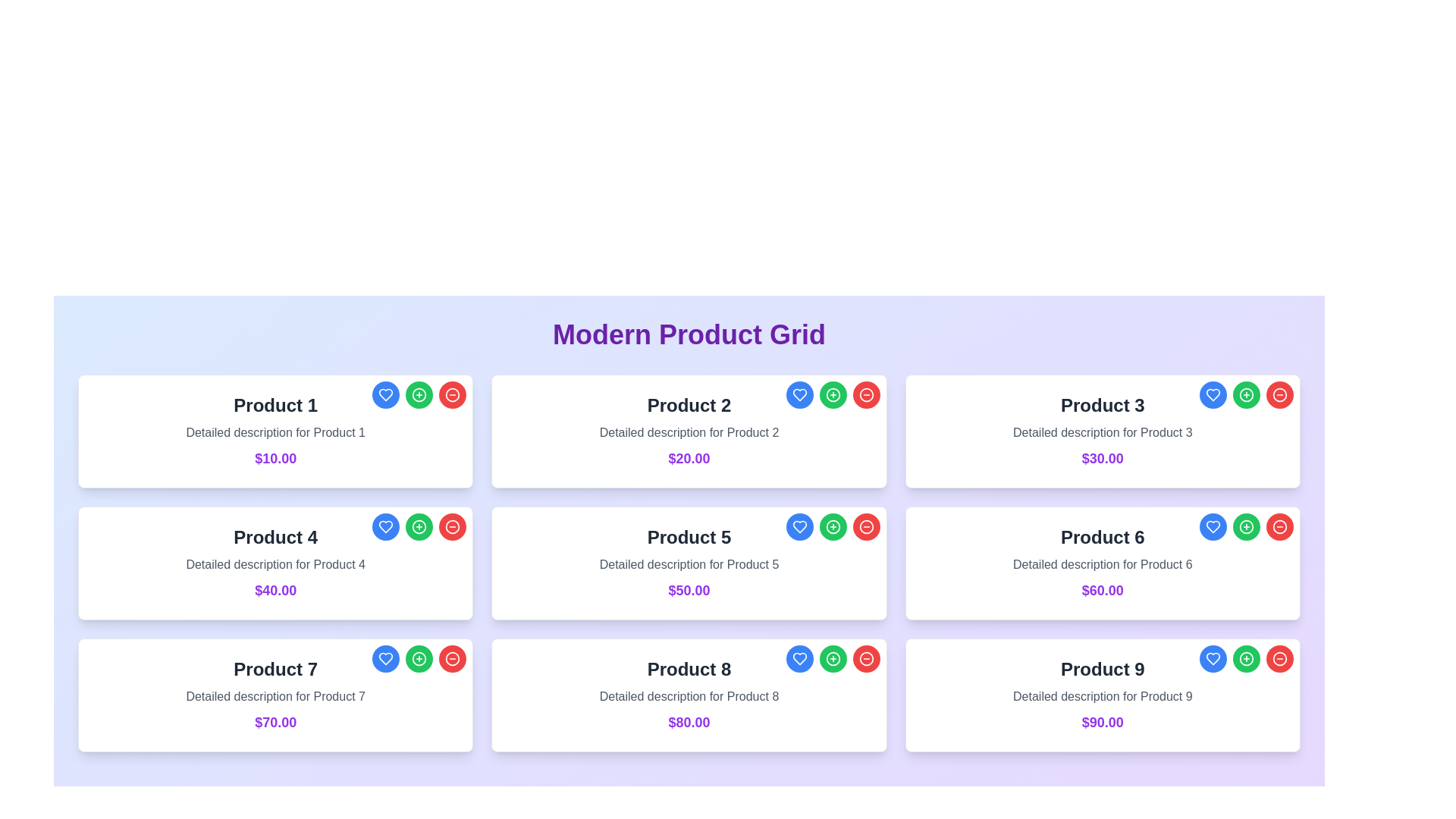  I want to click on supplementary description text for 'Product 7', located below the title and above the price in the product card, so click(275, 696).